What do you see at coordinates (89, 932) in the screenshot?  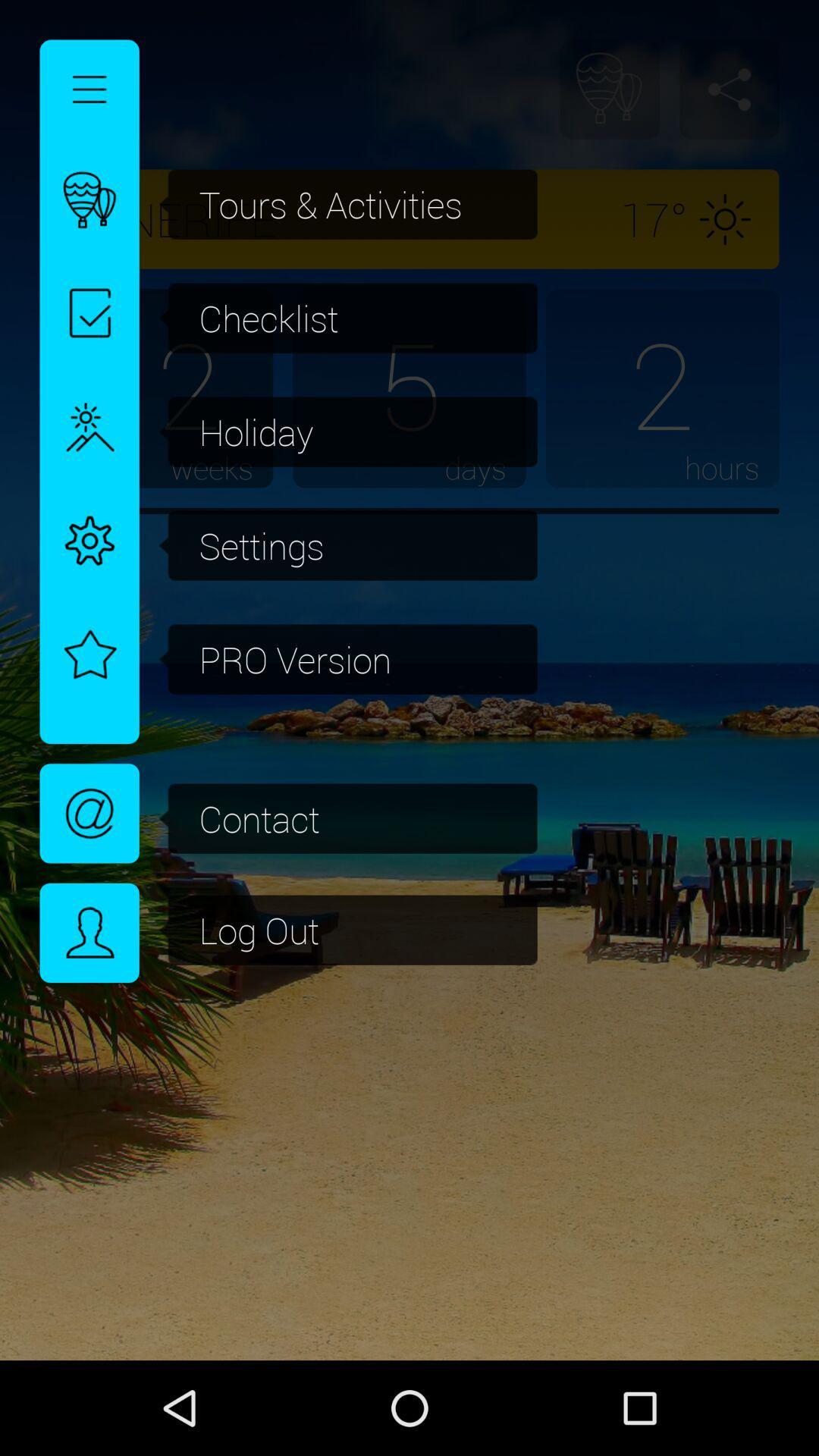 I see `the avatar icon` at bounding box center [89, 932].